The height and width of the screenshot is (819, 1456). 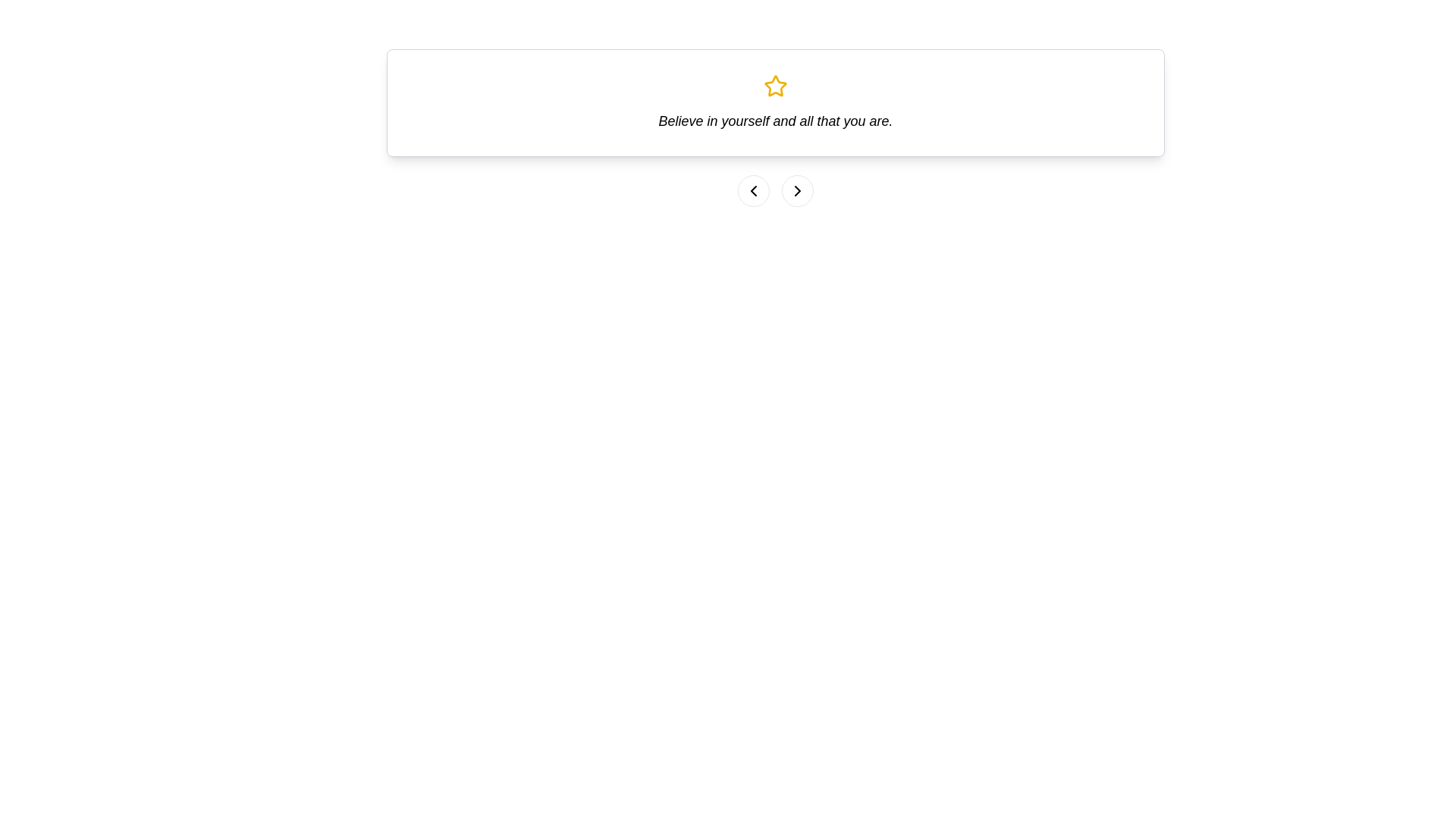 I want to click on the chevron-shaped icon pointing to the right, which is part of a circular button, so click(x=796, y=190).